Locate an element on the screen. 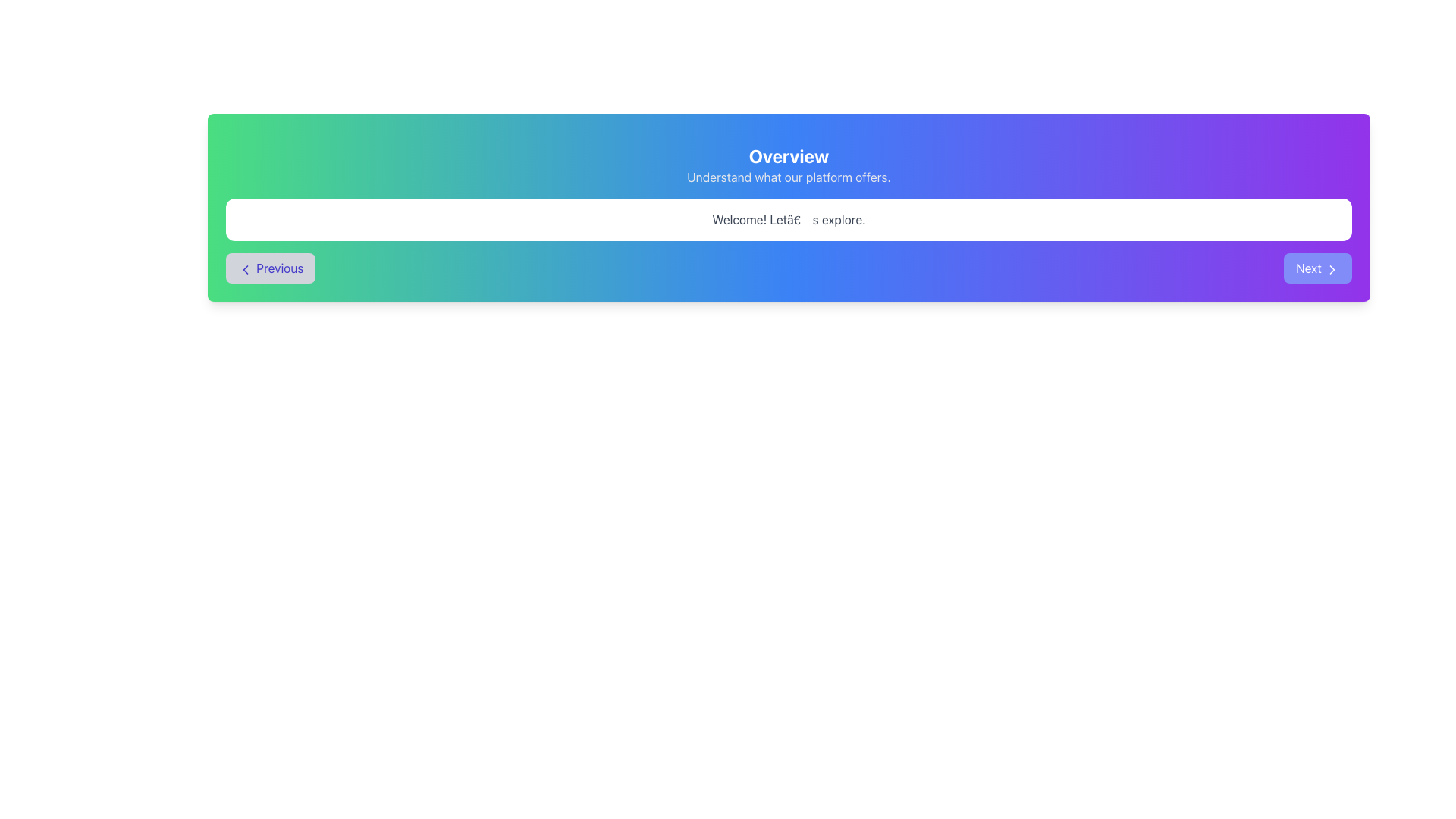 The width and height of the screenshot is (1456, 819). the Static Text Box that contains the text 'Welcome! Let’s explore.' which has a white background and is located beneath the title and subtitle is located at coordinates (789, 219).